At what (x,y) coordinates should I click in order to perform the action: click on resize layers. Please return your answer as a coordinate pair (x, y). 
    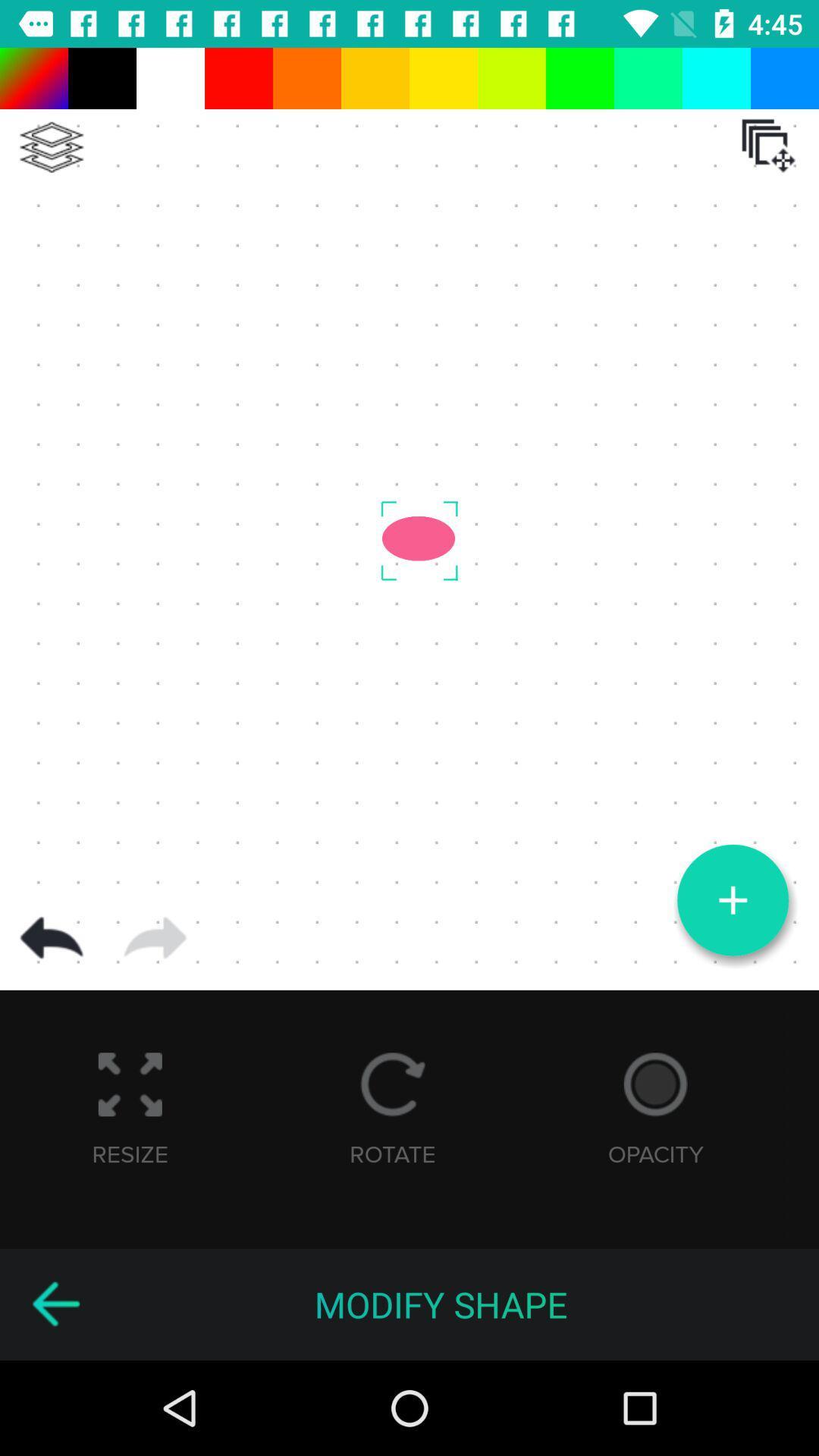
    Looking at the image, I should click on (768, 146).